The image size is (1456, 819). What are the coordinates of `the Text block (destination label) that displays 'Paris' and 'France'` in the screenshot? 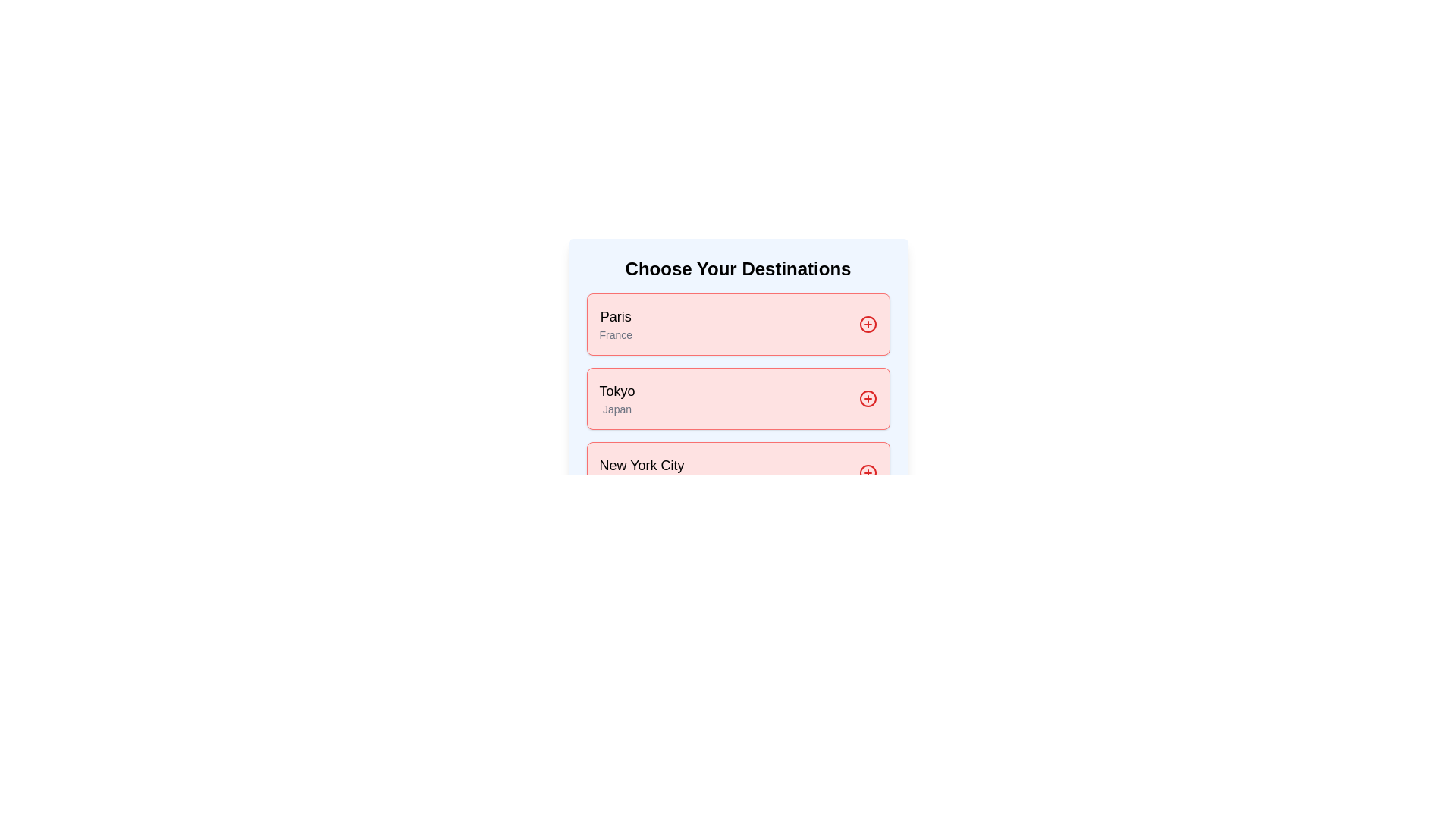 It's located at (616, 324).